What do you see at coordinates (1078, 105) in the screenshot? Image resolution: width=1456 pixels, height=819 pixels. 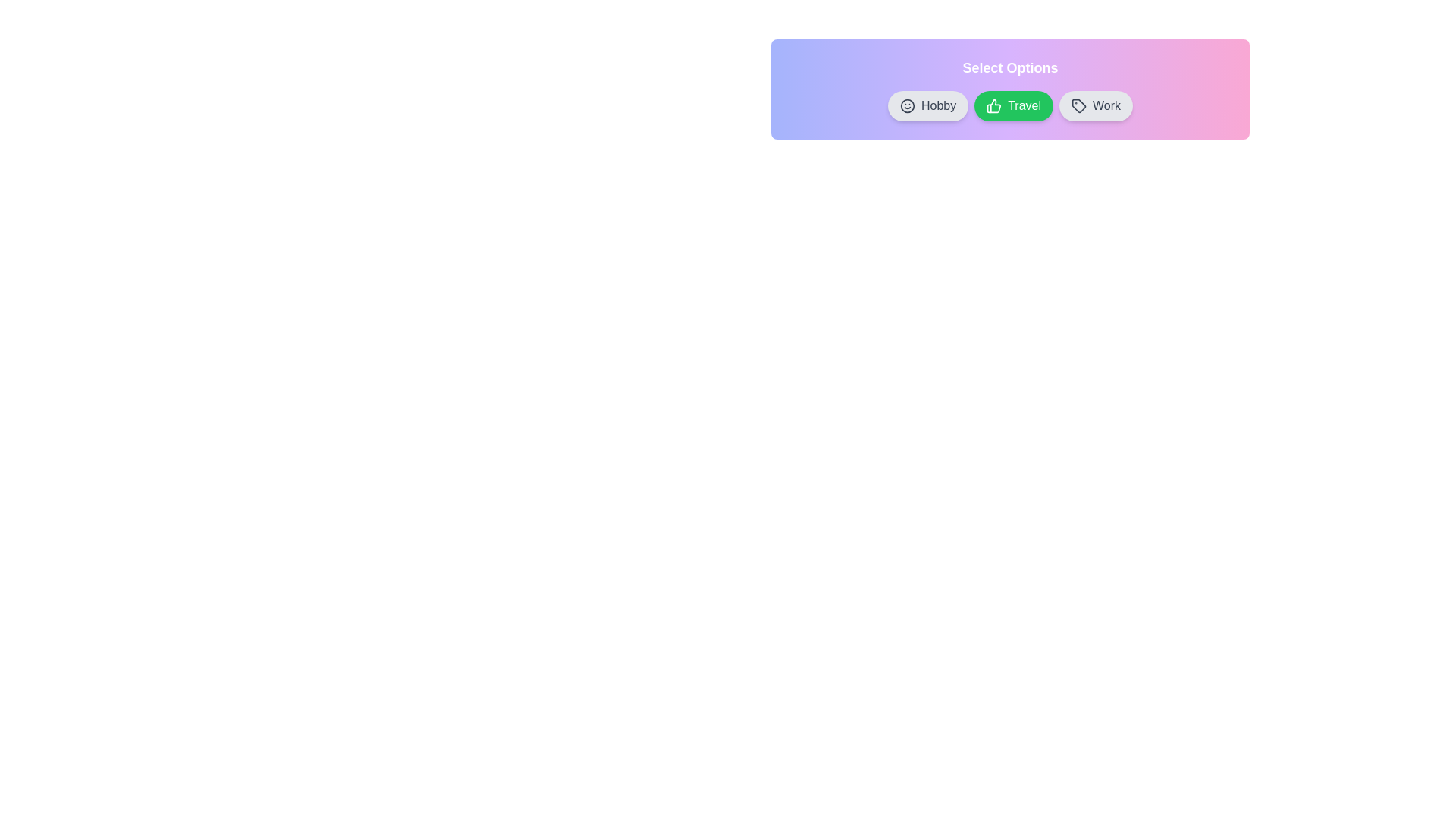 I see `the chip by clicking its icon. The chip can be specified by its label: Work` at bounding box center [1078, 105].